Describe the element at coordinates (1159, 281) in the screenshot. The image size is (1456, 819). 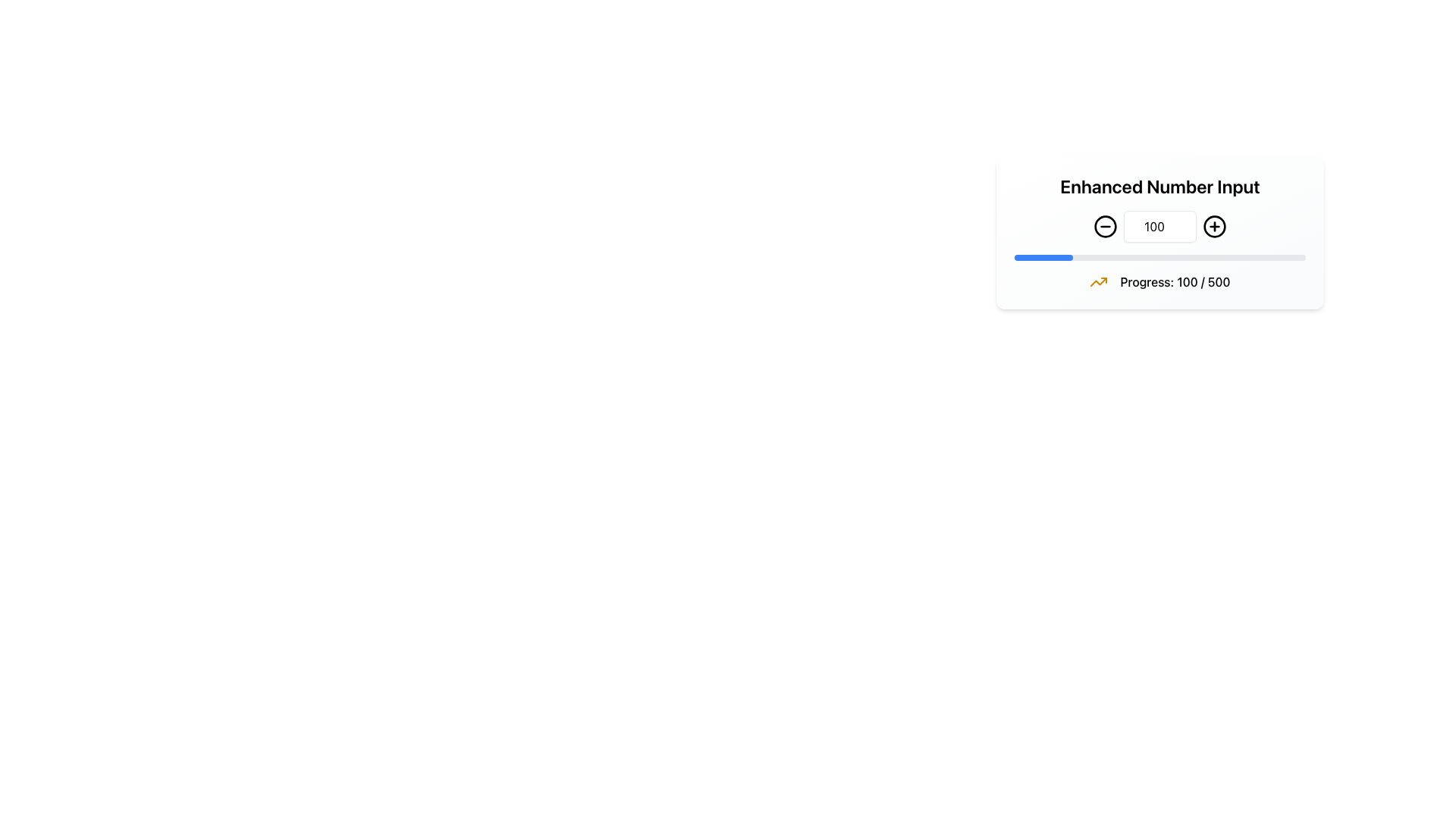
I see `progress information displayed in the element showing 'Progress: 100 / 500' with an upward arrow icon` at that location.